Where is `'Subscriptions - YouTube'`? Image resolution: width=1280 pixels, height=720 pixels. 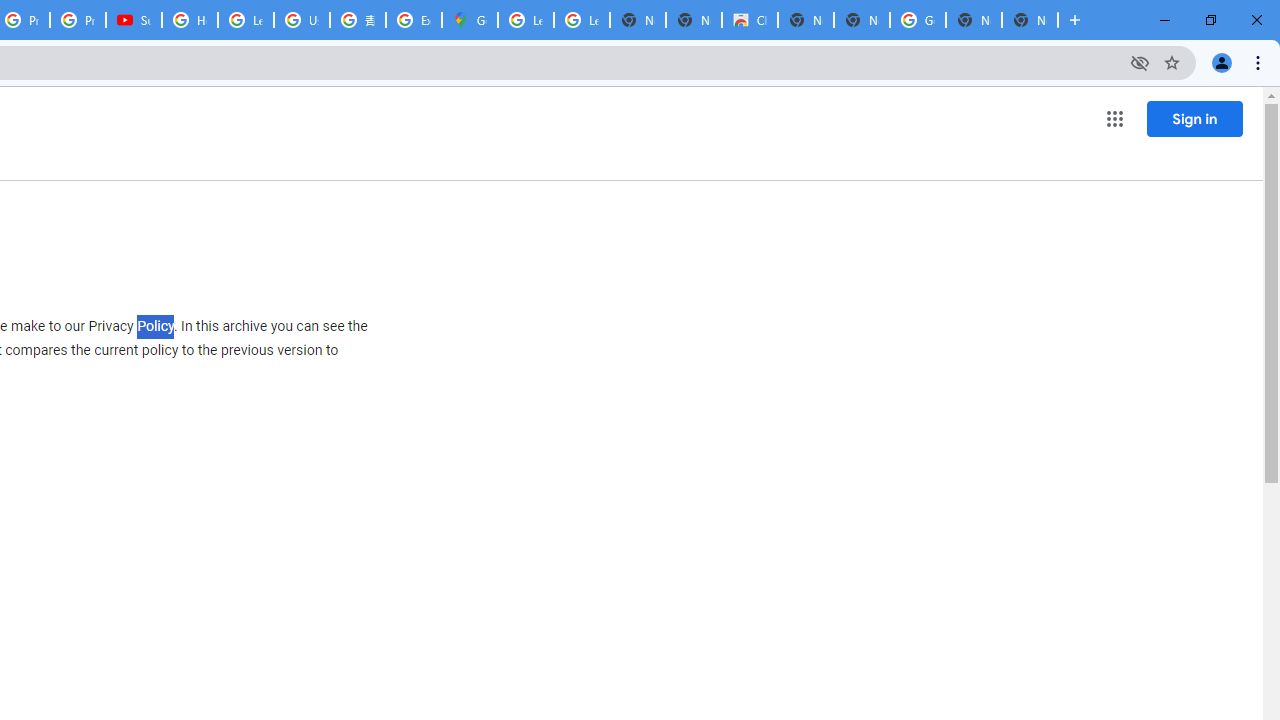 'Subscriptions - YouTube' is located at coordinates (133, 20).